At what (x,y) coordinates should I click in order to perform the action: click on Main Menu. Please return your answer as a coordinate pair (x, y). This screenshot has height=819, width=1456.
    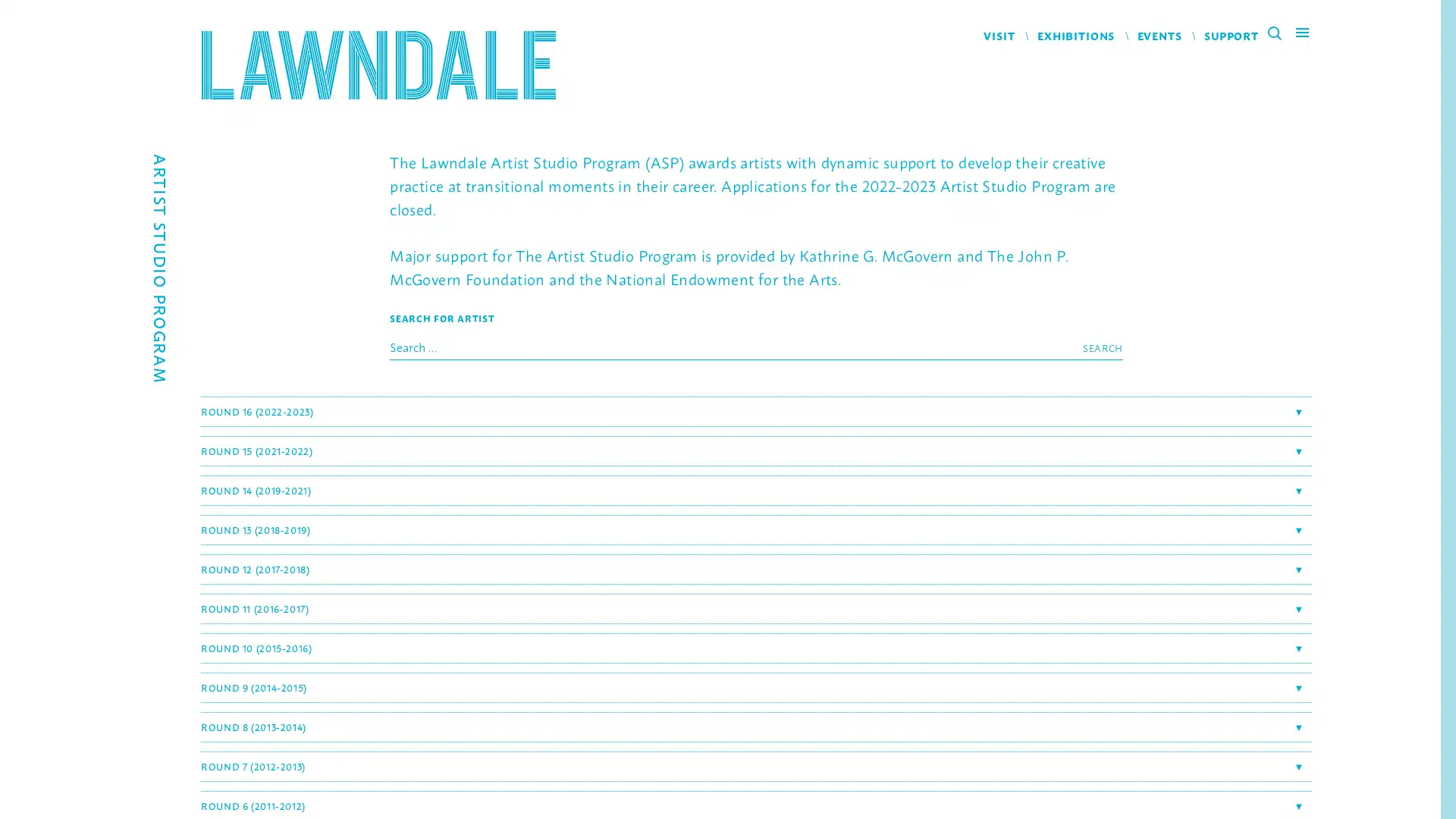
    Looking at the image, I should click on (1301, 35).